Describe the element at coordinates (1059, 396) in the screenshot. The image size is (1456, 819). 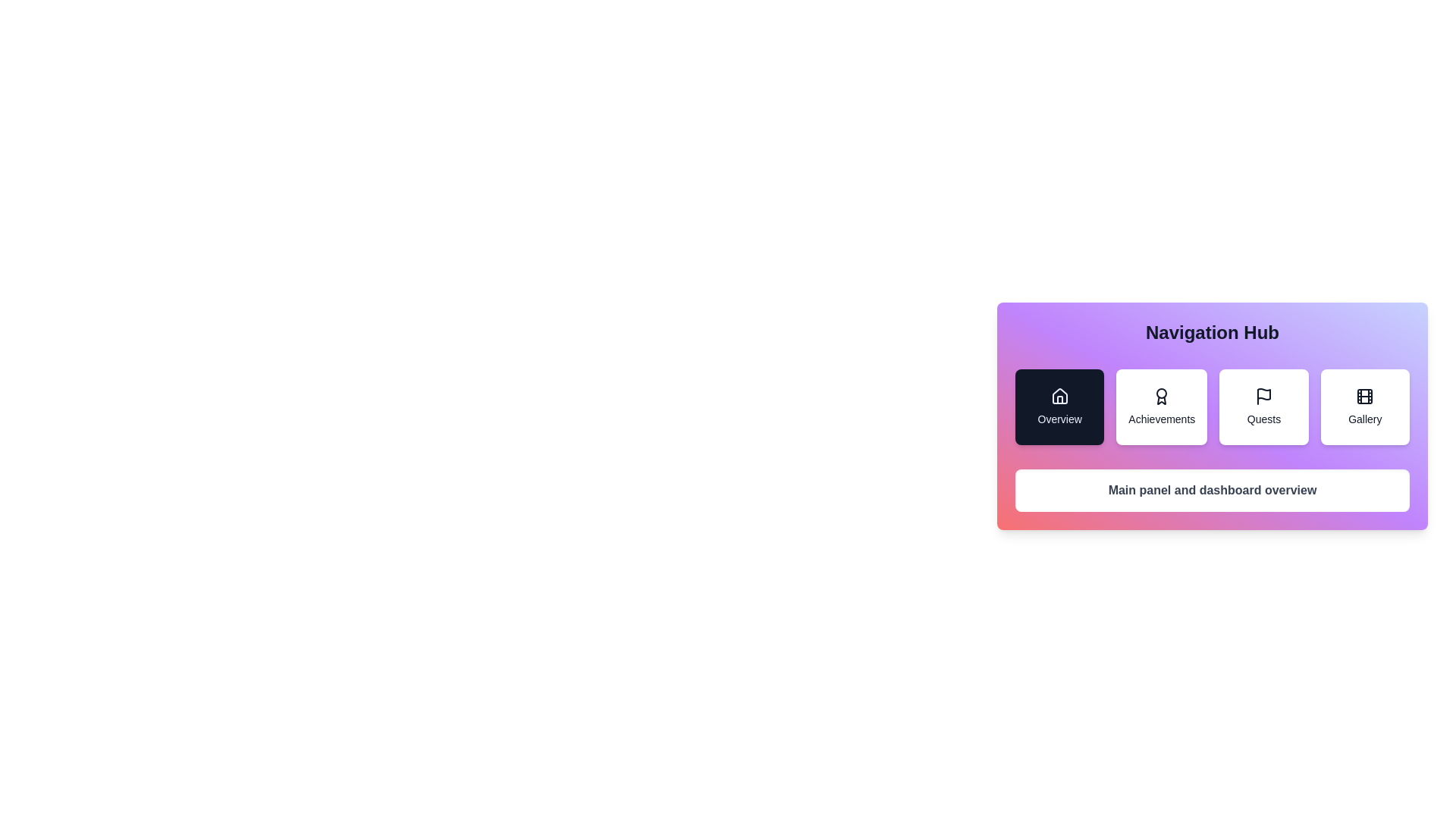
I see `the home icon within the navigation menu` at that location.